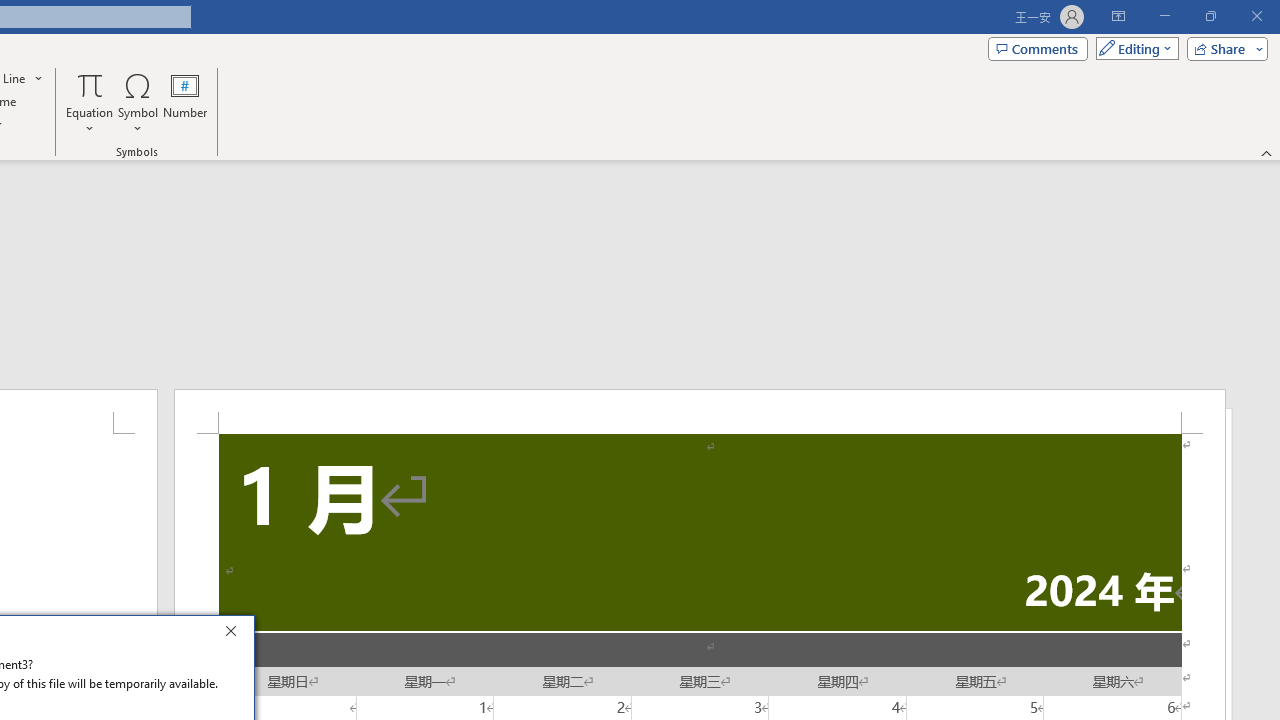 The width and height of the screenshot is (1280, 720). What do you see at coordinates (137, 103) in the screenshot?
I see `'Symbol'` at bounding box center [137, 103].